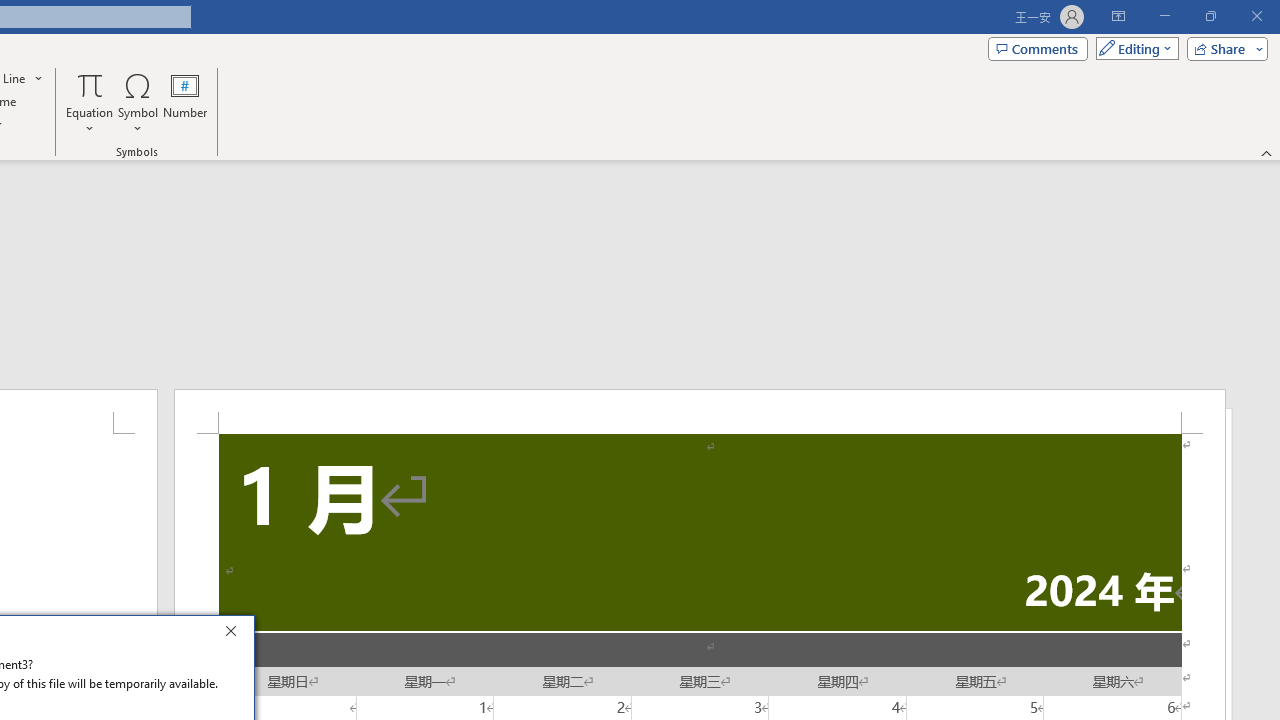 The width and height of the screenshot is (1280, 720). What do you see at coordinates (137, 103) in the screenshot?
I see `'Symbol'` at bounding box center [137, 103].